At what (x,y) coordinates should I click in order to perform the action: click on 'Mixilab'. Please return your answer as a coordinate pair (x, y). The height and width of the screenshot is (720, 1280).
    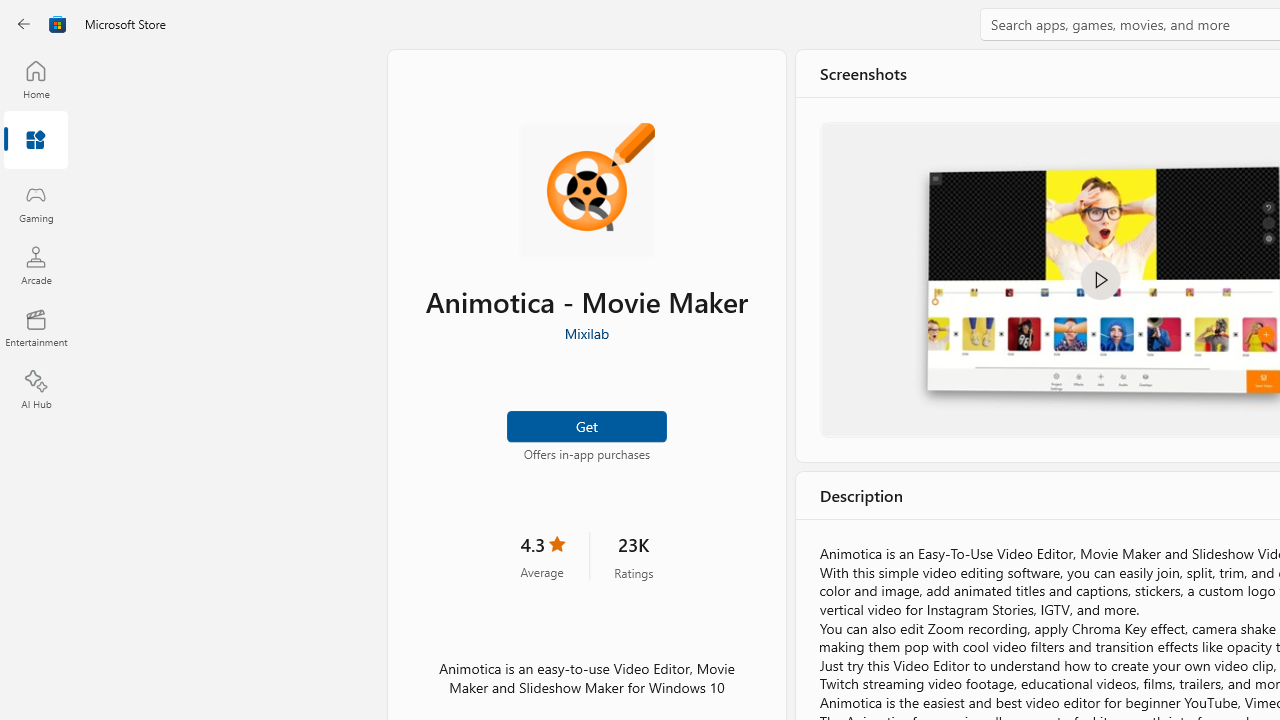
    Looking at the image, I should click on (585, 332).